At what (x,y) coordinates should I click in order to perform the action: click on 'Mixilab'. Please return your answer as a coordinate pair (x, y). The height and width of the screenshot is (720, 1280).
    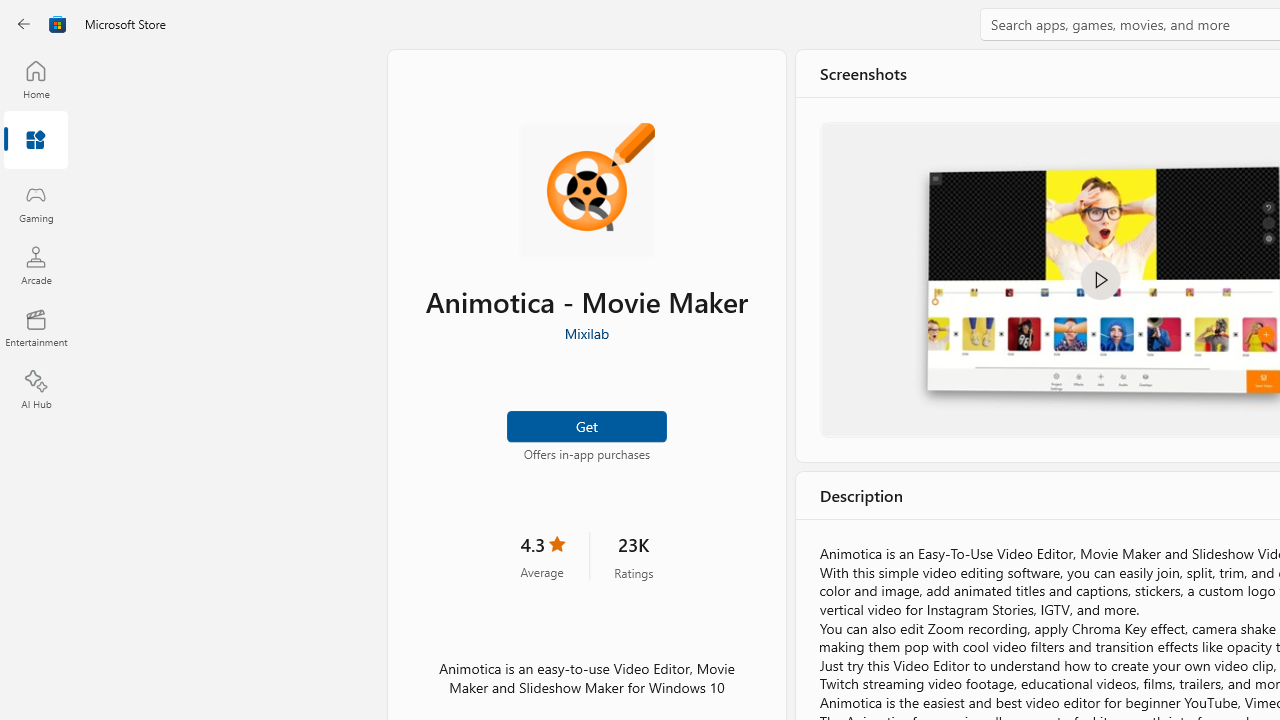
    Looking at the image, I should click on (585, 332).